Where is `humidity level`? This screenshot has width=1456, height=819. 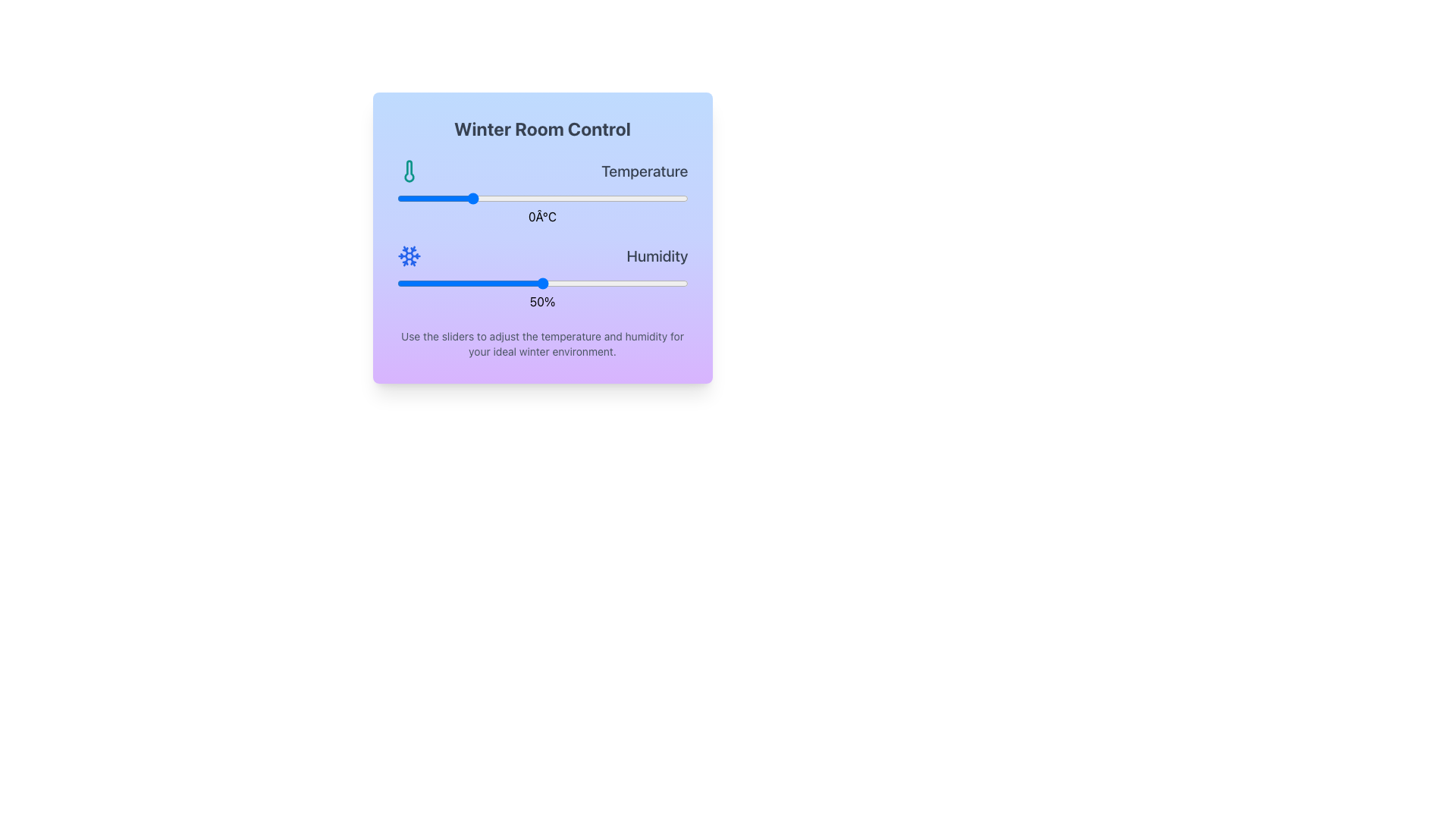
humidity level is located at coordinates (440, 284).